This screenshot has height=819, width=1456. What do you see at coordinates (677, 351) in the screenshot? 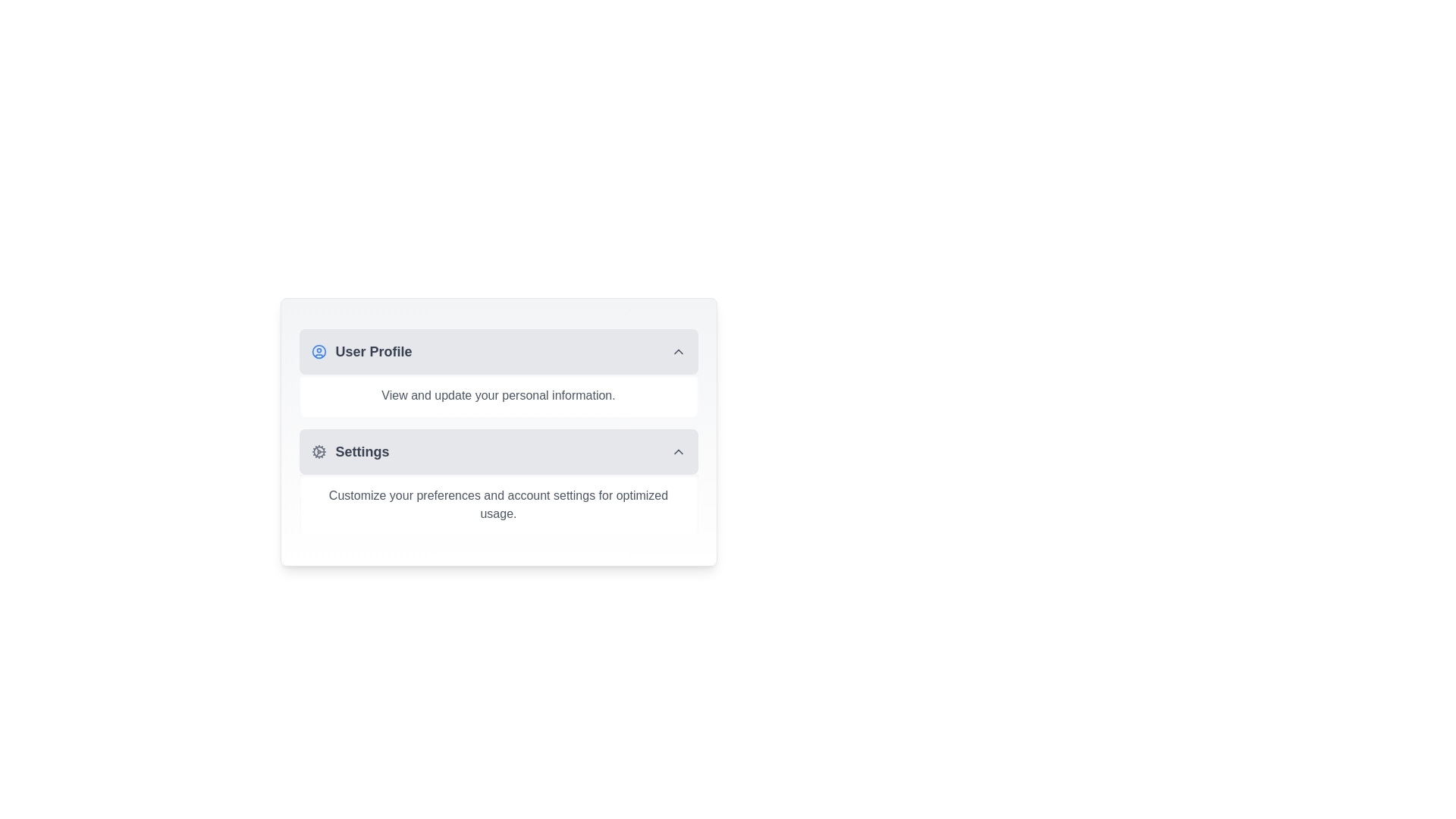
I see `the Chevron-Up icon located at the far right side of the 'User Profile' header section` at bounding box center [677, 351].